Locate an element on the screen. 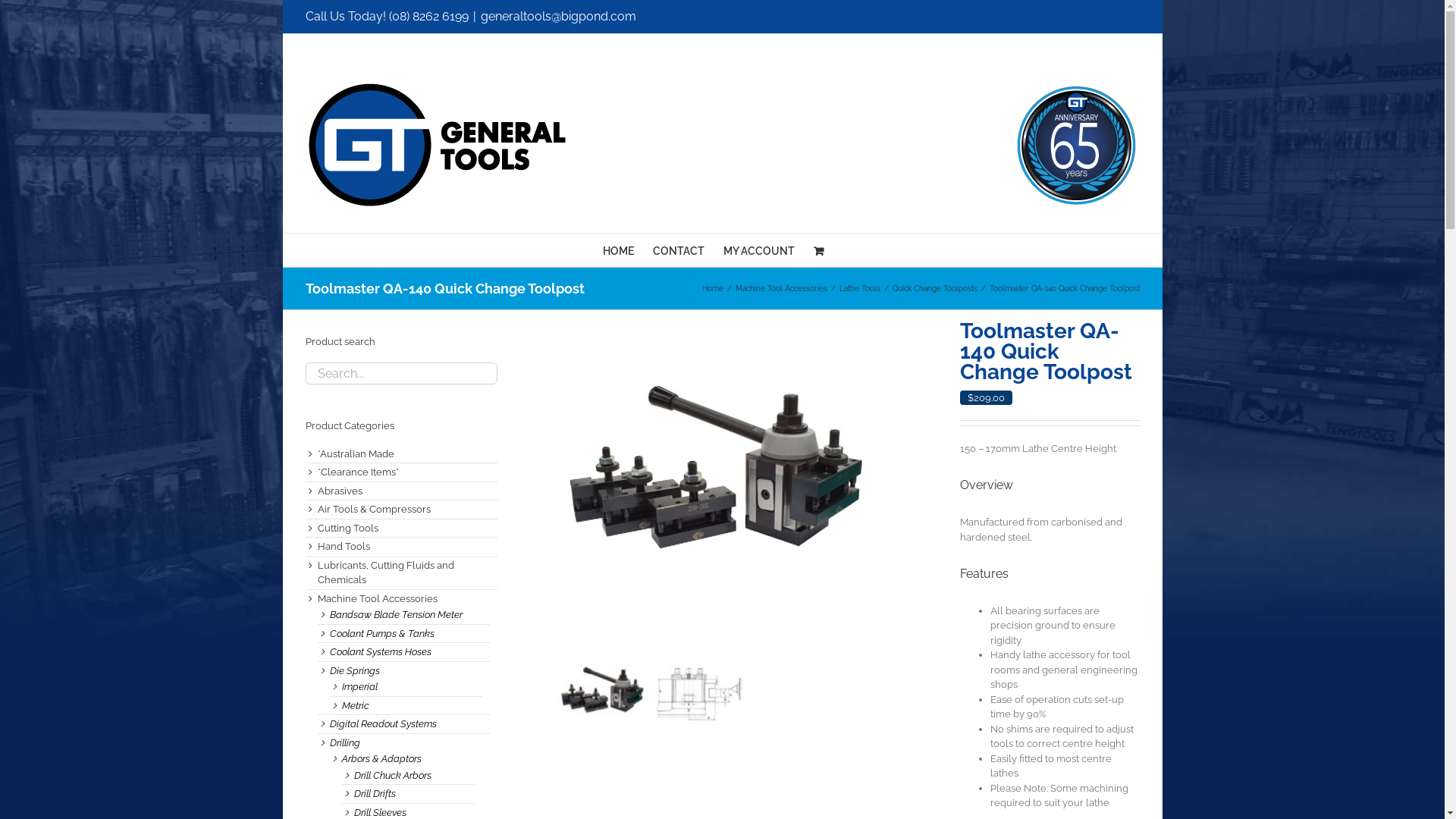 The height and width of the screenshot is (819, 1456). 'Air Tools & Compressors' is located at coordinates (373, 509).